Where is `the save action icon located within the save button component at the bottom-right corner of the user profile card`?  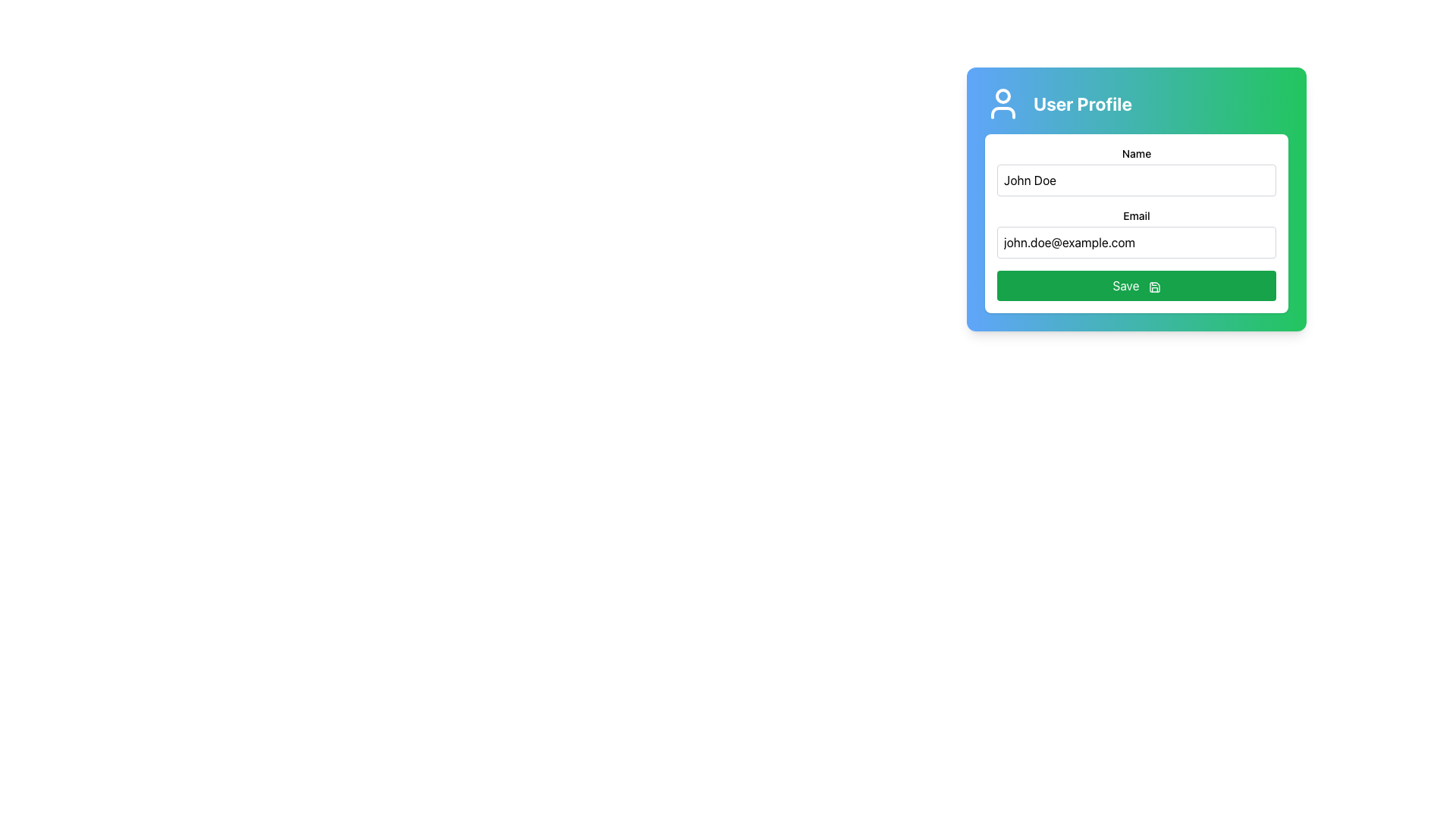 the save action icon located within the save button component at the bottom-right corner of the user profile card is located at coordinates (1153, 287).